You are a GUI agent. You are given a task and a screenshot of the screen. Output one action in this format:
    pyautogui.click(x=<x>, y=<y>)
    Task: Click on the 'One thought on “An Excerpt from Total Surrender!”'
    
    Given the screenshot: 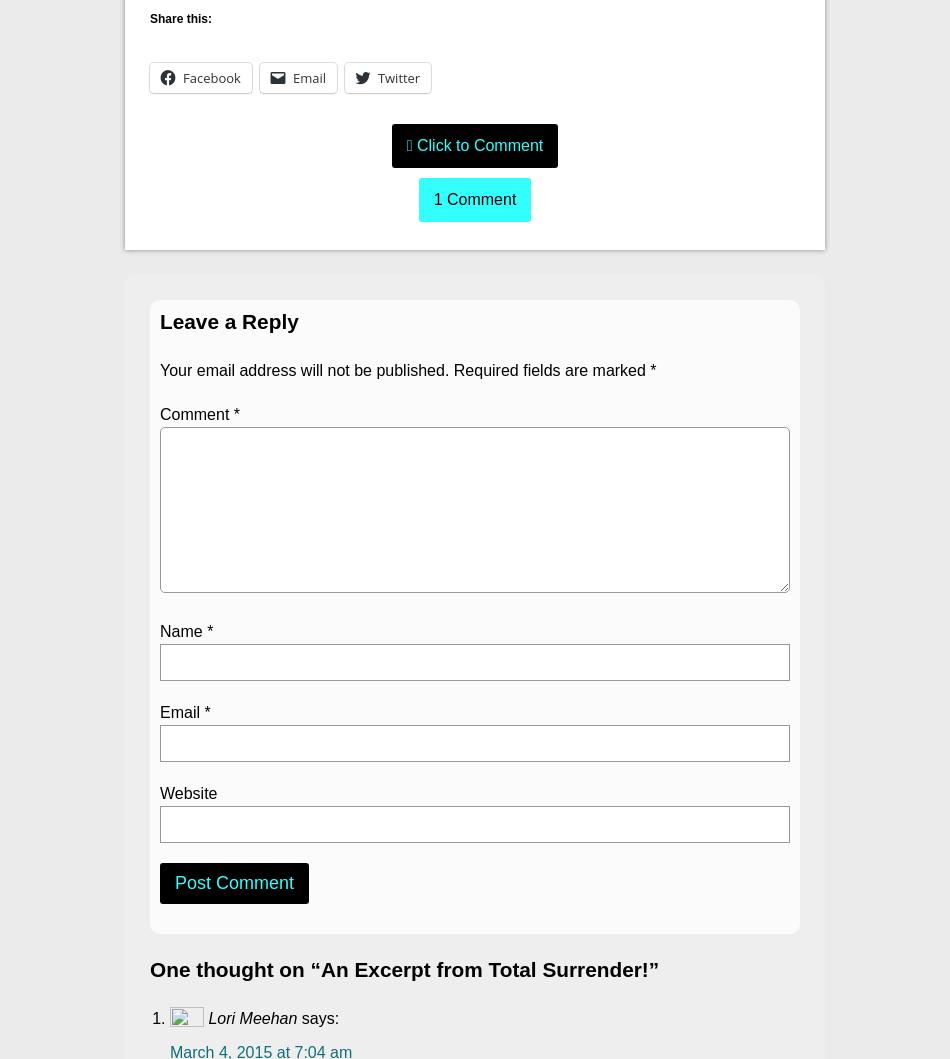 What is the action you would take?
    pyautogui.click(x=403, y=968)
    